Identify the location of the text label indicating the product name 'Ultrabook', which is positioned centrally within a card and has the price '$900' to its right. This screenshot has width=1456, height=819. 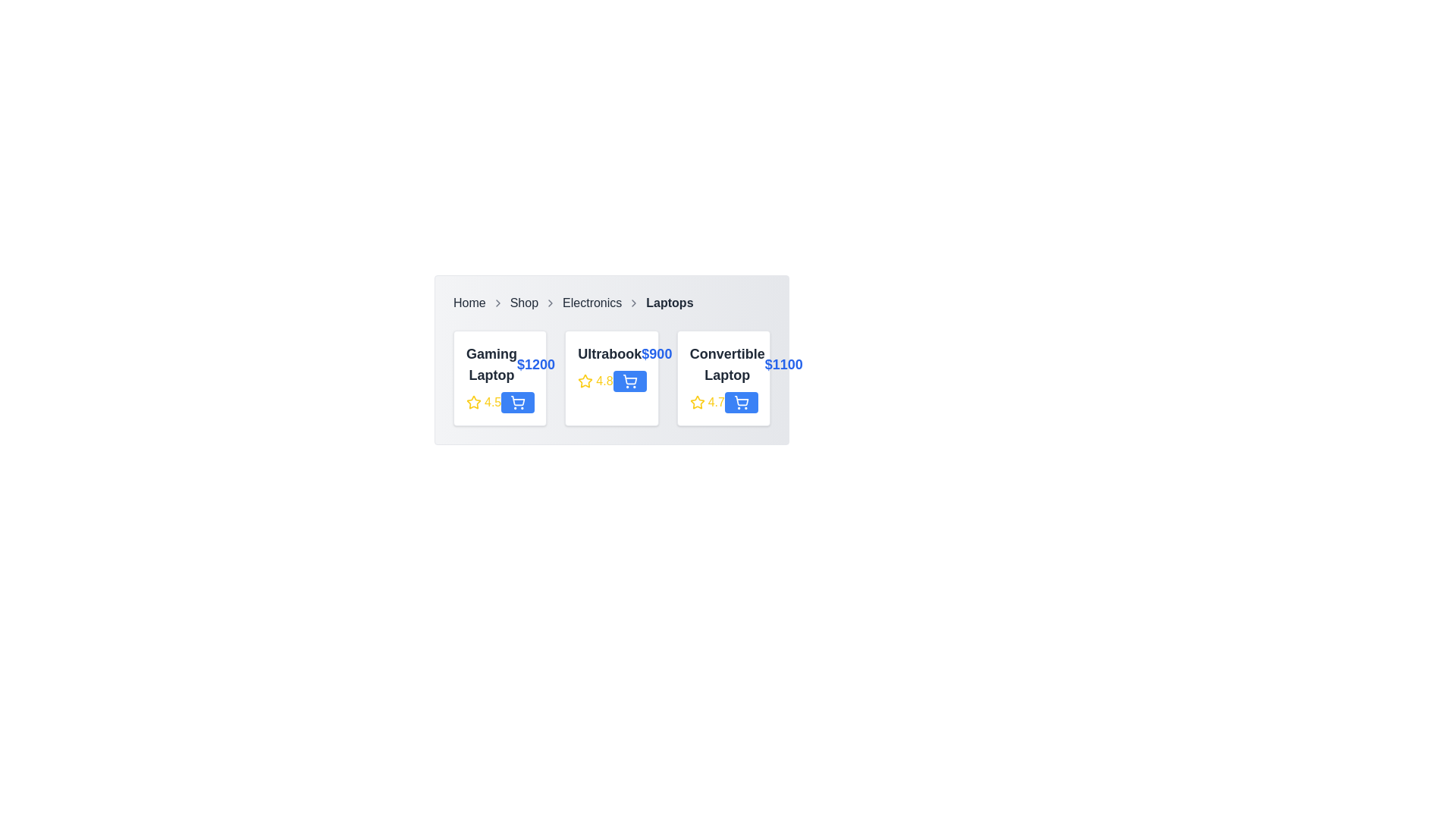
(610, 353).